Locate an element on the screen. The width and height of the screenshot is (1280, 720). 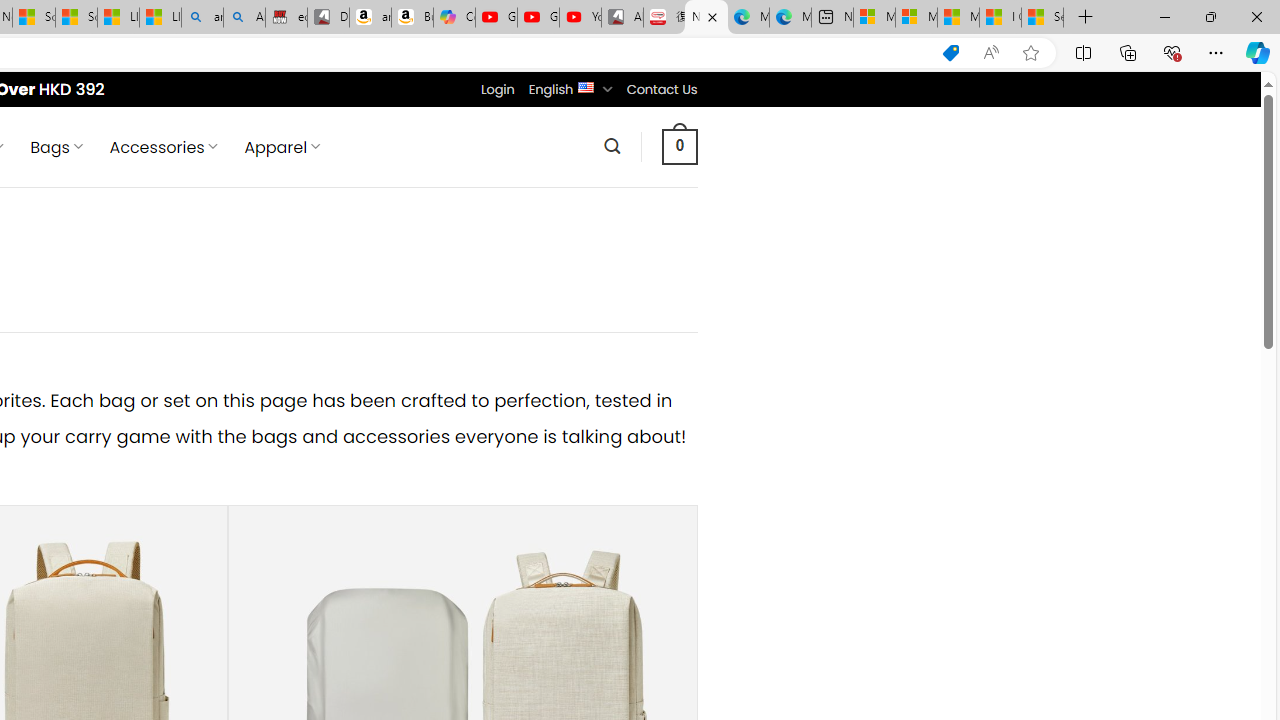
'amazon.in/dp/B0CX59H5W7/?tag=gsmcom05-21' is located at coordinates (369, 17).